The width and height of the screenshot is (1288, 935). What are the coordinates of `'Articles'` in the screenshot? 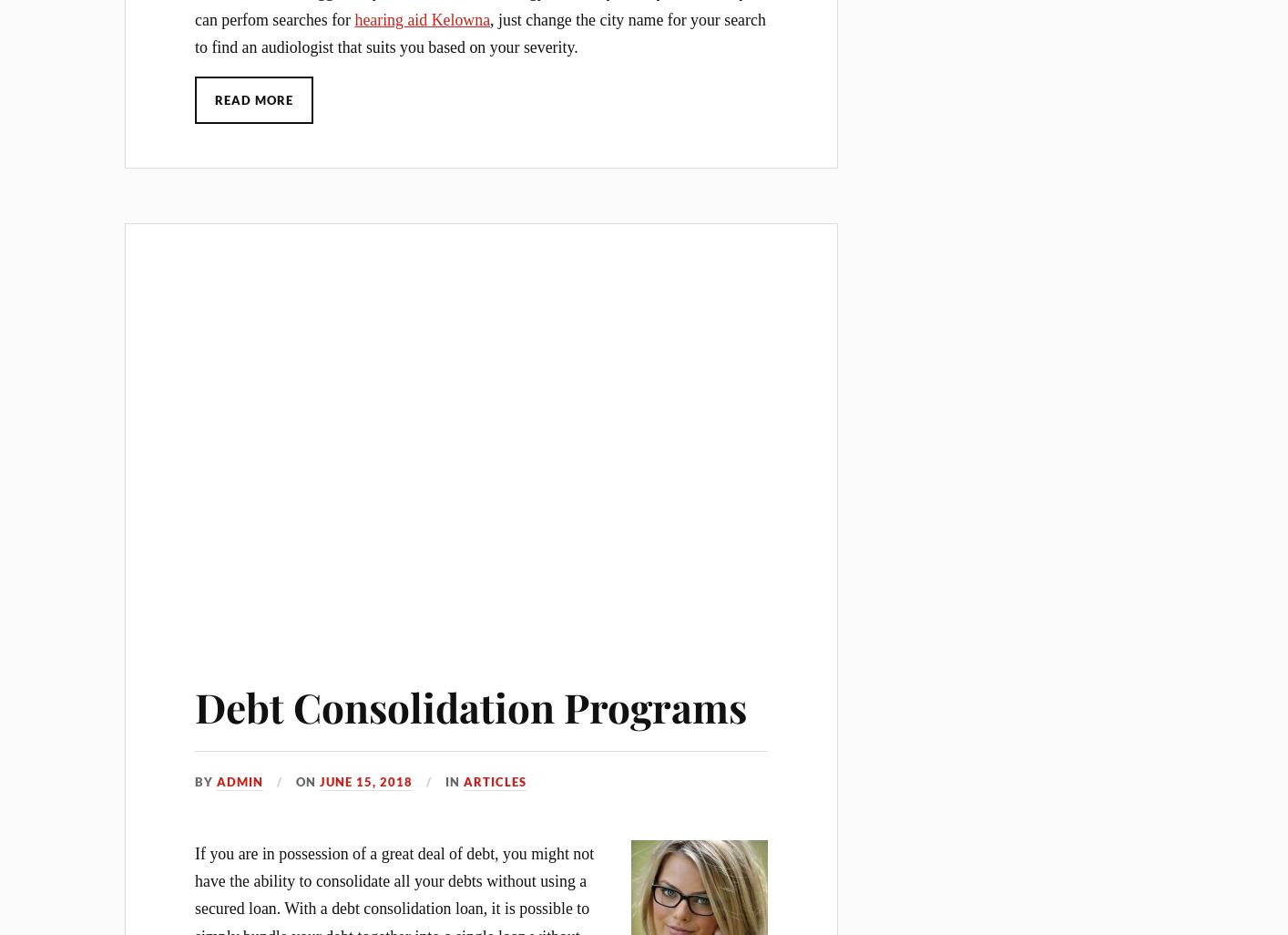 It's located at (494, 782).